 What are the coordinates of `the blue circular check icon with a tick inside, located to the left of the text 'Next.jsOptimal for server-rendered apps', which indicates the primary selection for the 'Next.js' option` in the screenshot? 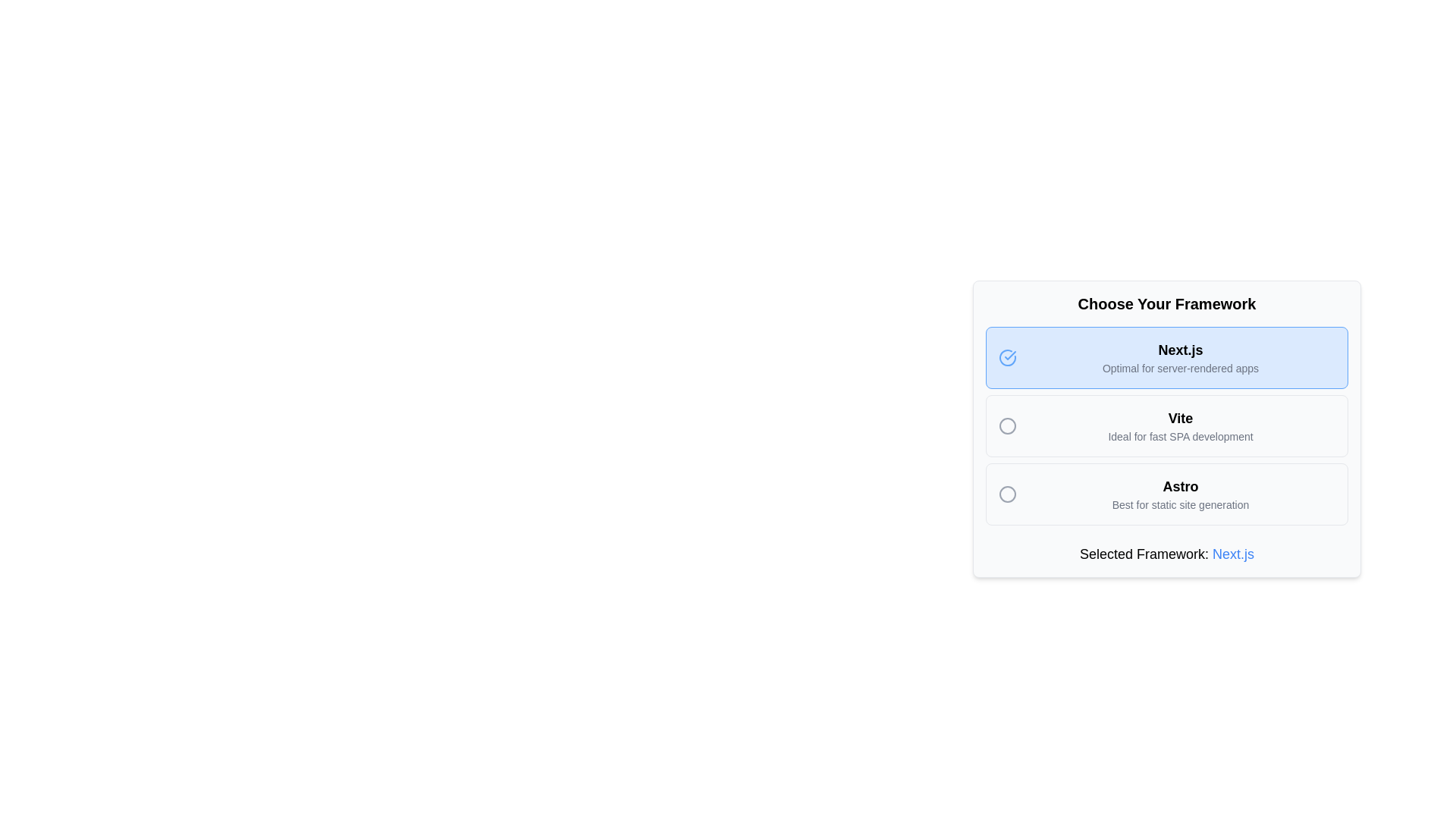 It's located at (1012, 357).